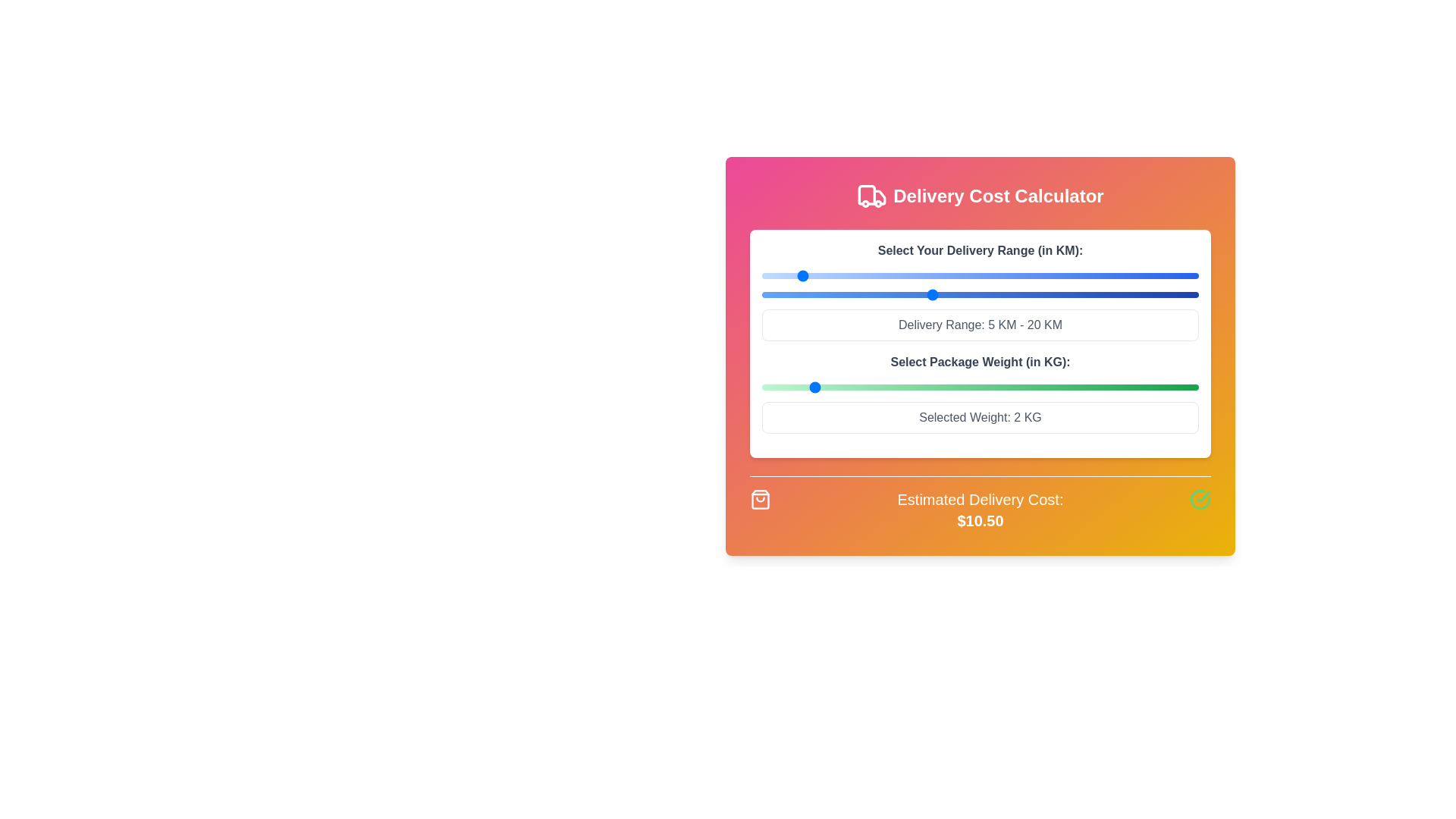  What do you see at coordinates (980, 291) in the screenshot?
I see `the dual sliders of the range selector widget located in the upper portion of the card` at bounding box center [980, 291].